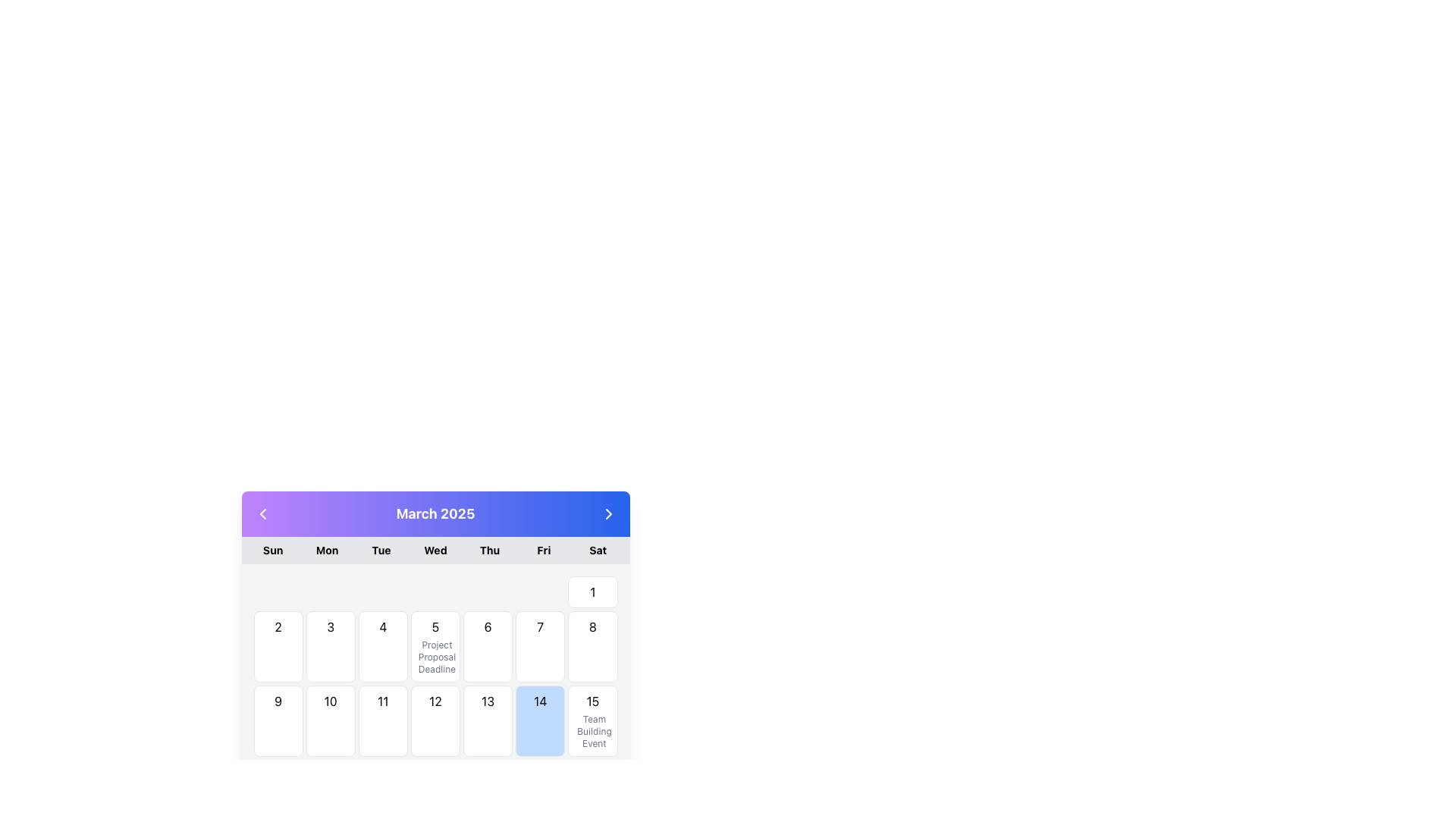 Image resolution: width=1456 pixels, height=819 pixels. What do you see at coordinates (488, 720) in the screenshot?
I see `the rectangular button with the number '13' centered in it` at bounding box center [488, 720].